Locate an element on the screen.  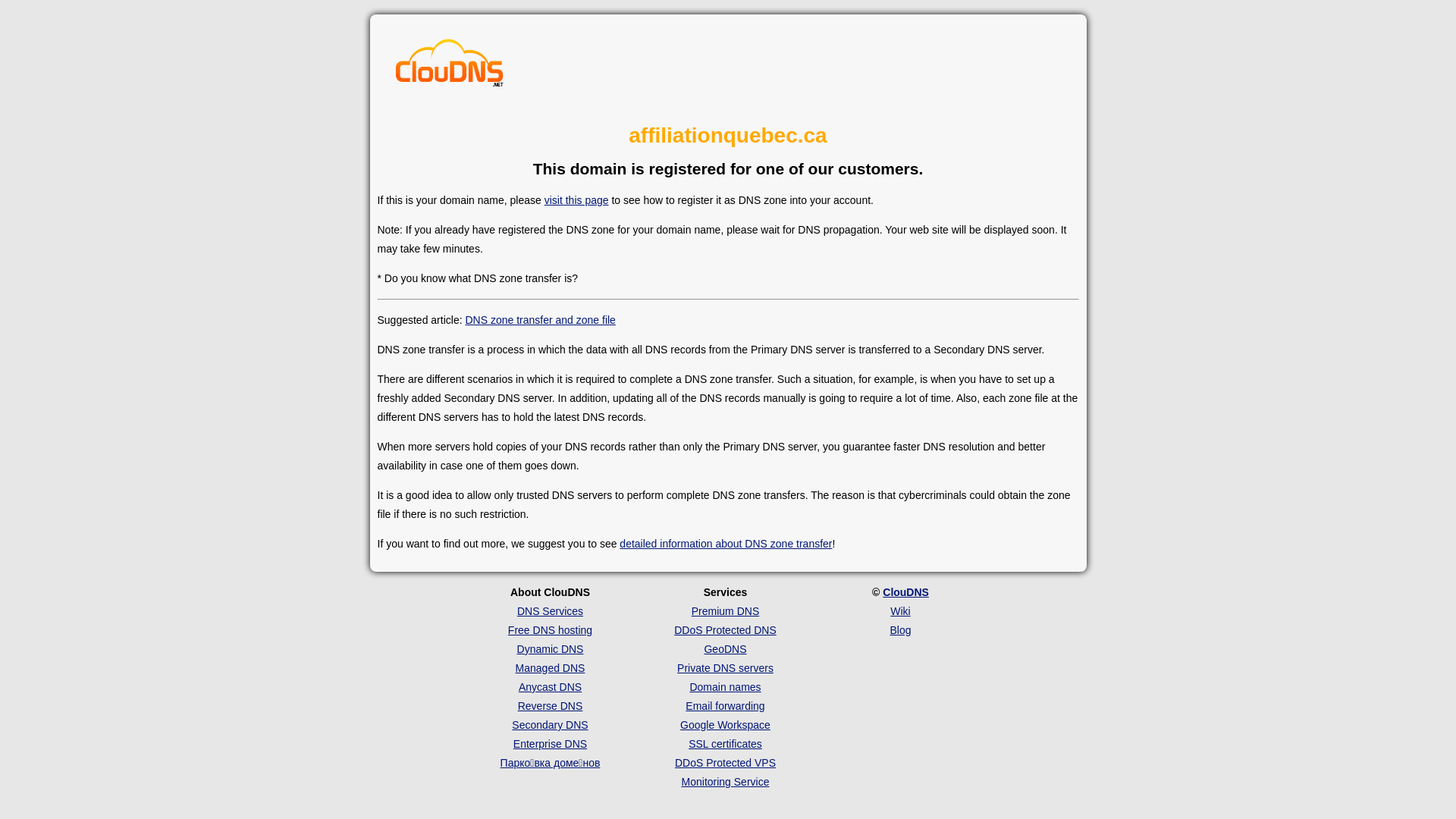
'Managed DNS' is located at coordinates (549, 667).